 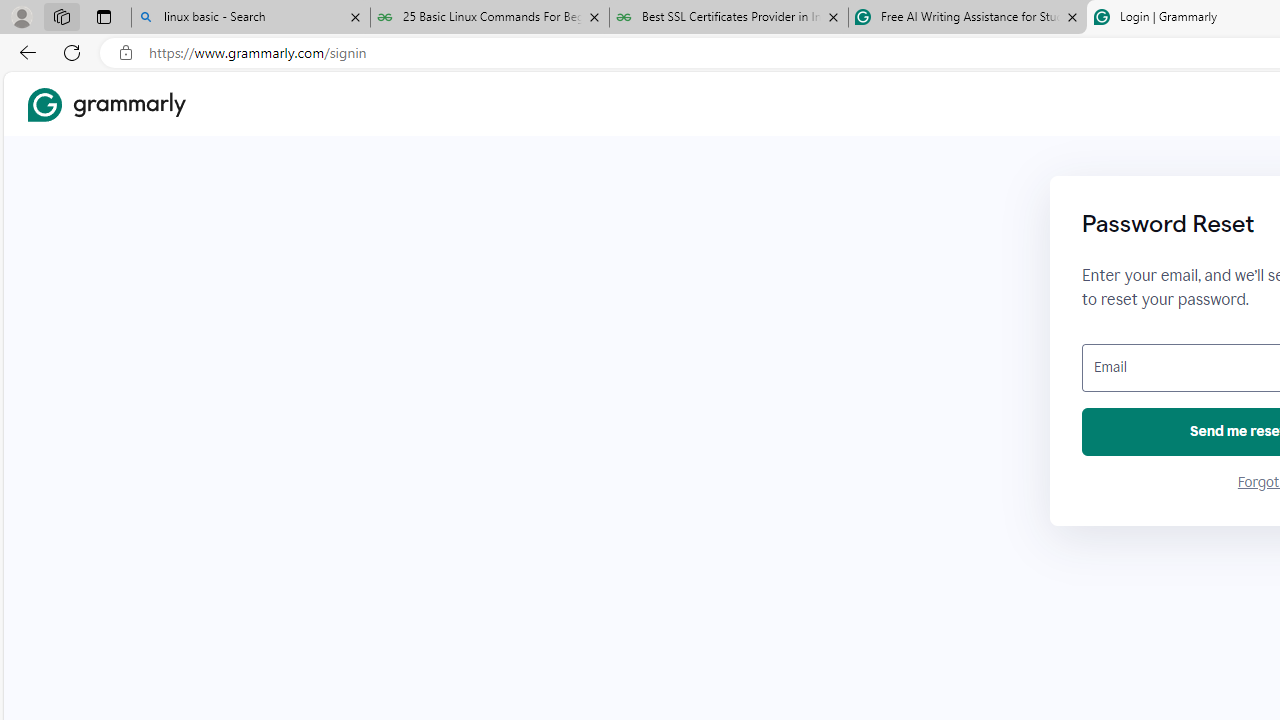 I want to click on 'linux basic - Search', so click(x=249, y=17).